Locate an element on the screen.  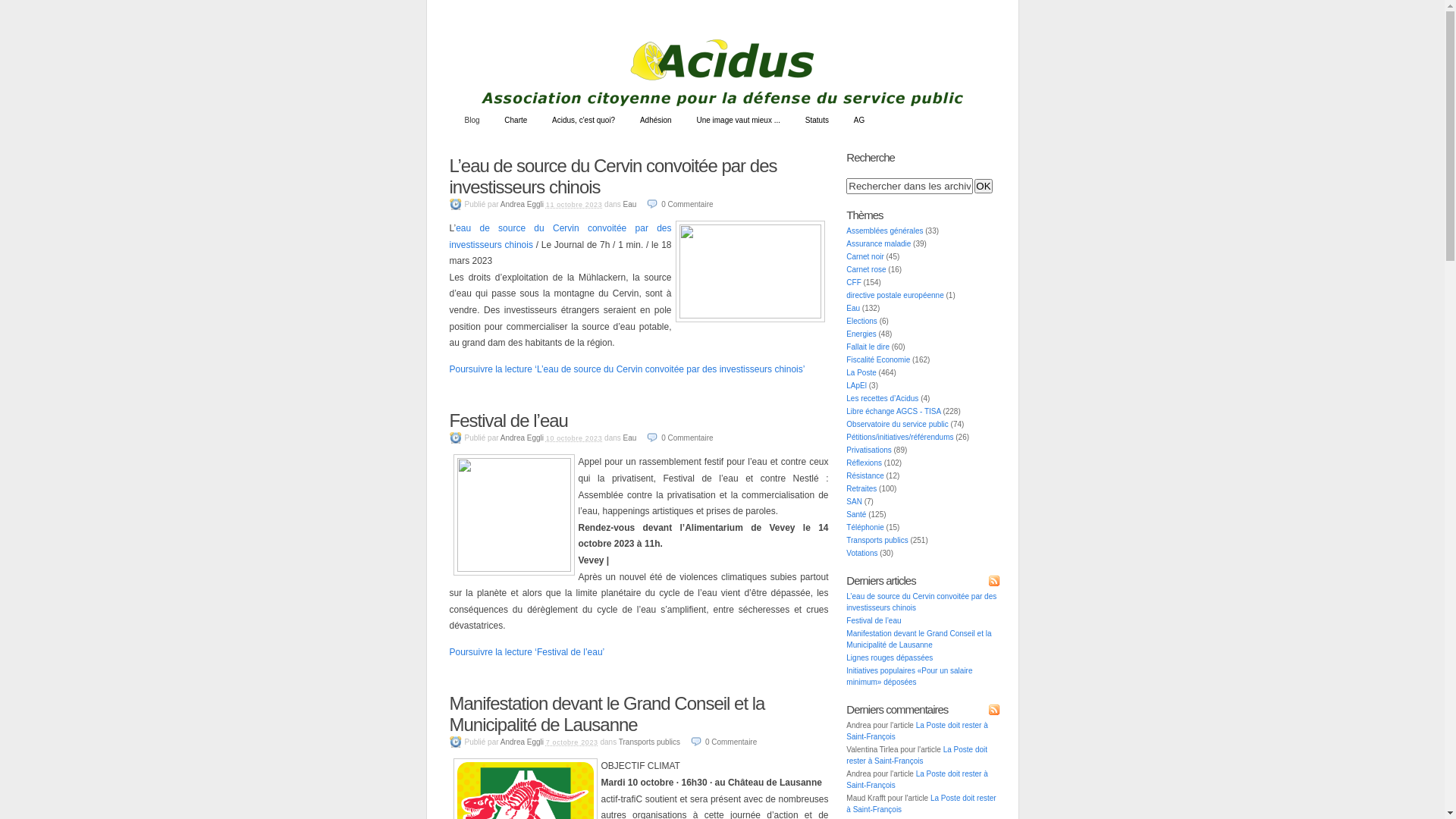
'Charte' is located at coordinates (492, 119).